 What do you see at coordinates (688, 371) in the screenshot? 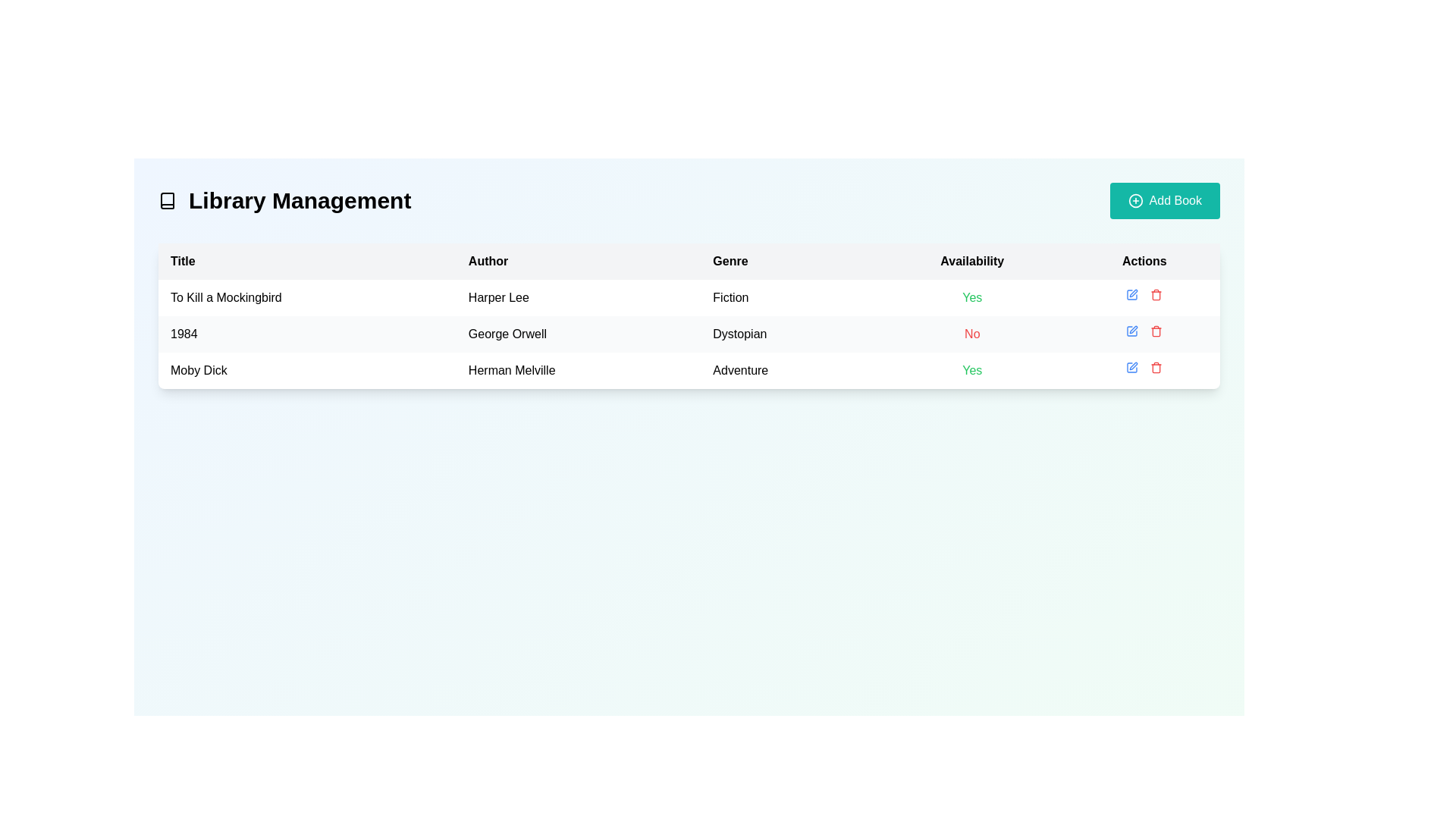
I see `the table row displaying information about the book 'Moby Dick' by 'Herman Melville'` at bounding box center [688, 371].